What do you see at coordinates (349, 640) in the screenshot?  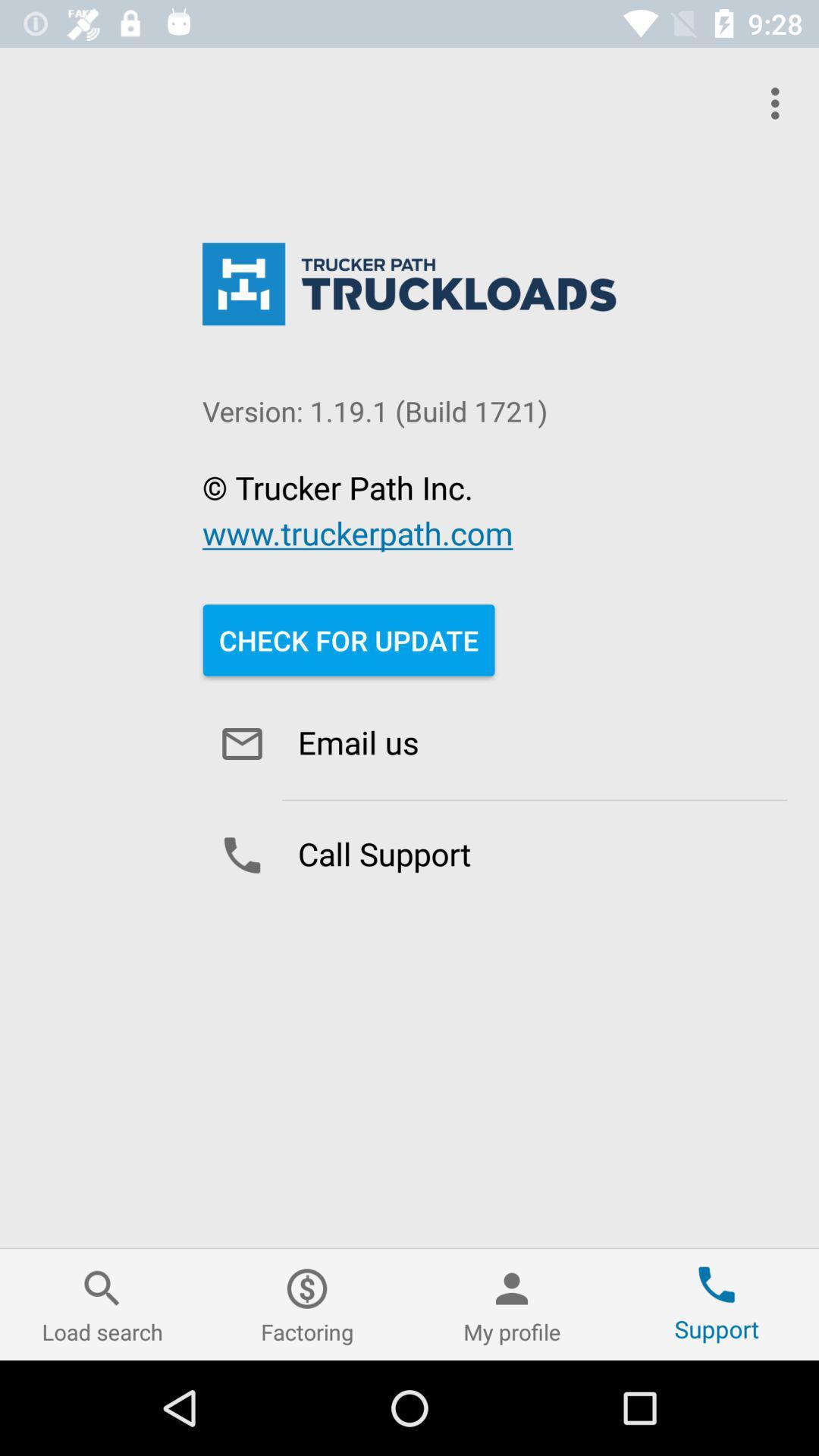 I see `item above the email us icon` at bounding box center [349, 640].